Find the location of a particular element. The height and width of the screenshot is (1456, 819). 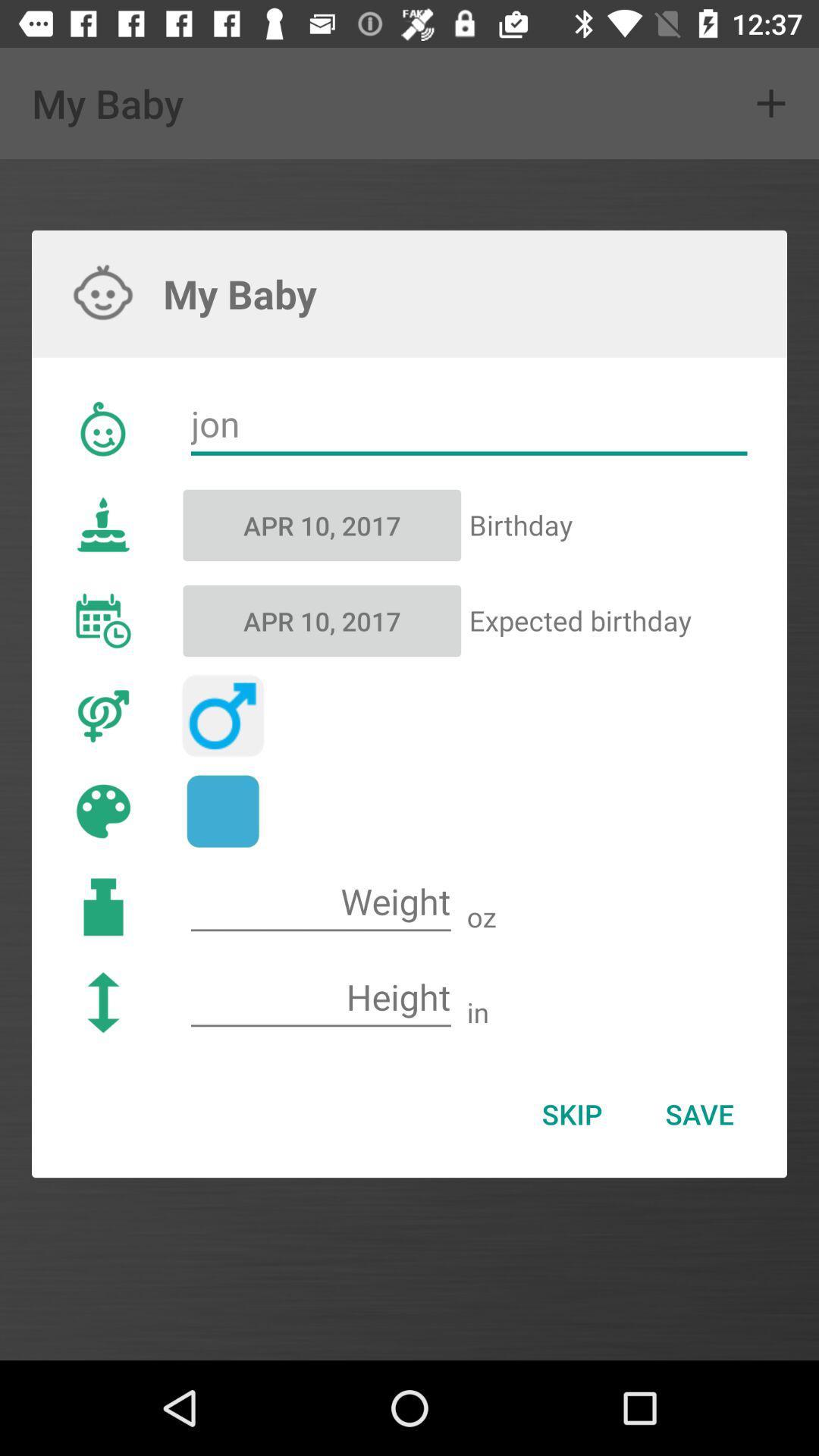

the save icon is located at coordinates (699, 1114).